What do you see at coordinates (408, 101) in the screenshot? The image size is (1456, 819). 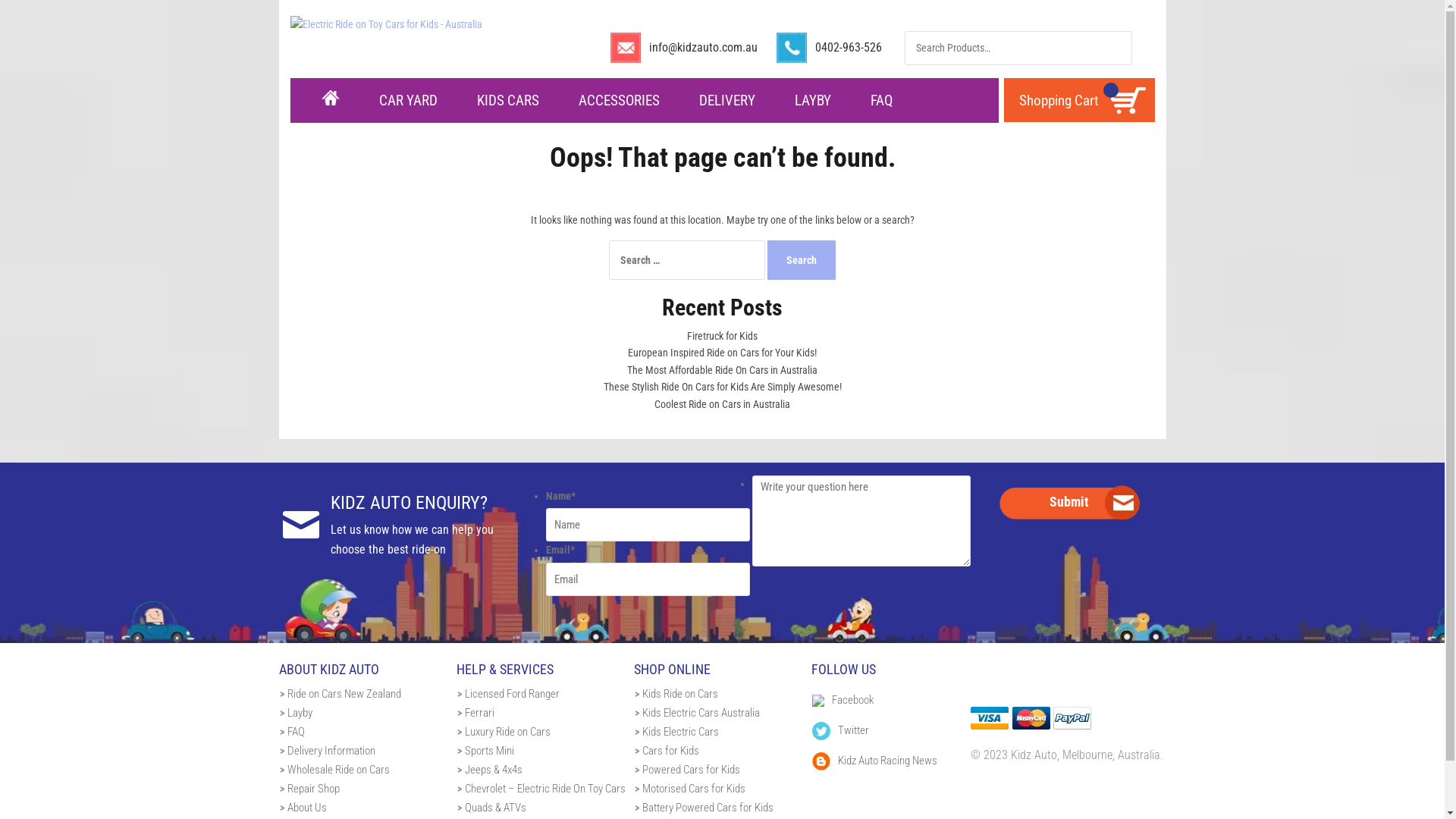 I see `'CAR YARD'` at bounding box center [408, 101].